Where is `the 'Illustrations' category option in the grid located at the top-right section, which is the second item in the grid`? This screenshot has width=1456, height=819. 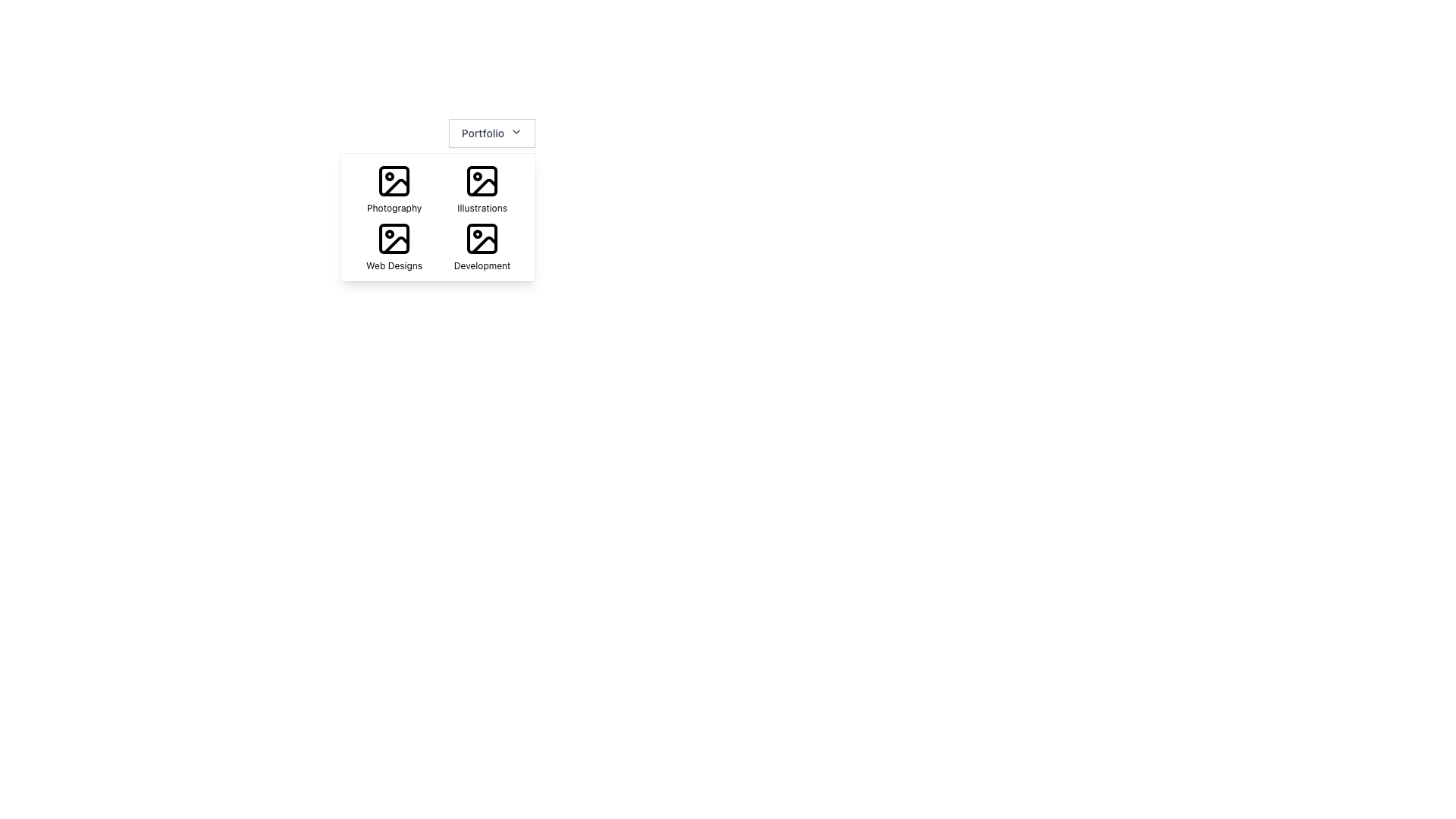 the 'Illustrations' category option in the grid located at the top-right section, which is the second item in the grid is located at coordinates (482, 188).